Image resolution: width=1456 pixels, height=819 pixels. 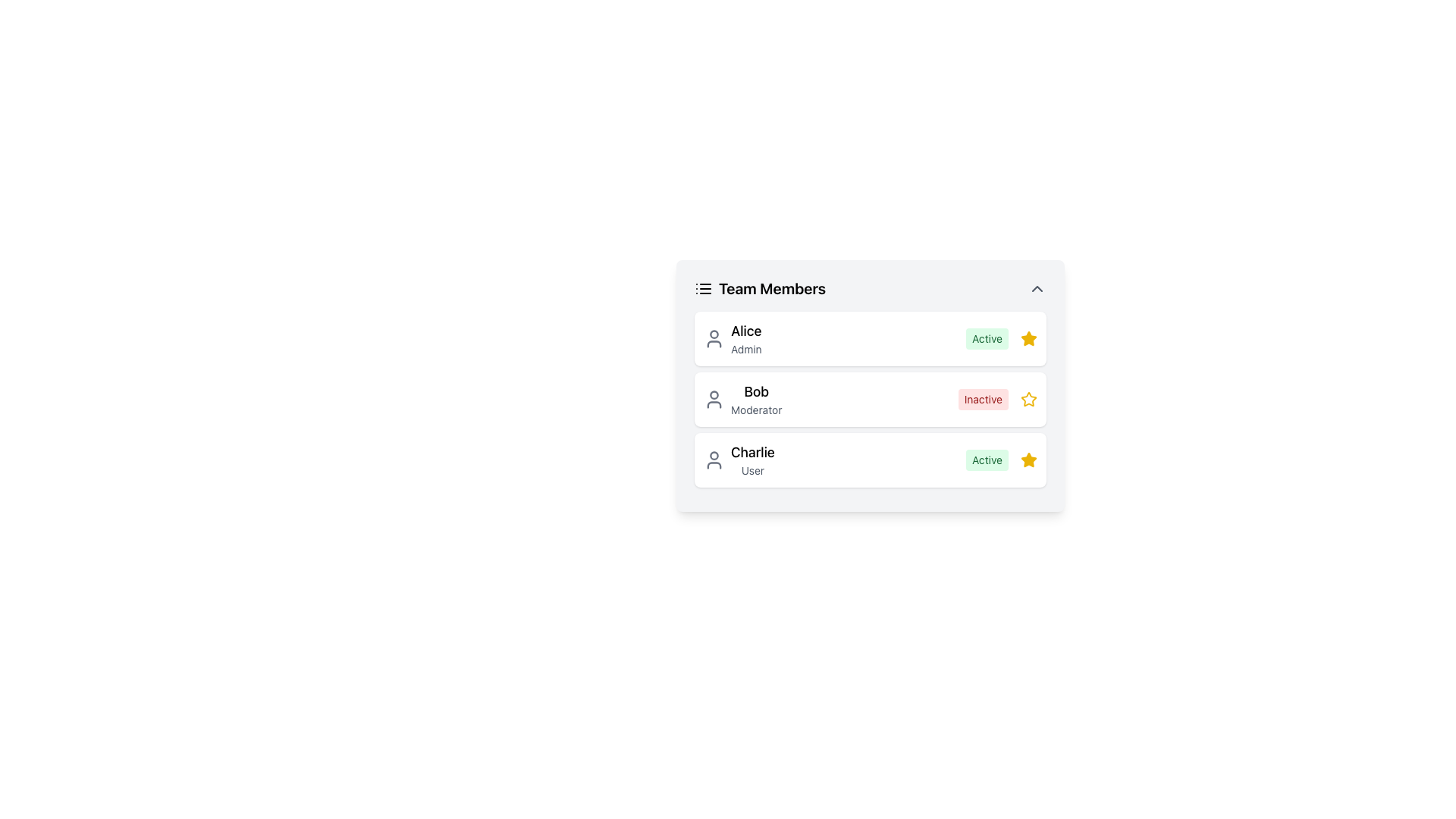 What do you see at coordinates (702, 289) in the screenshot?
I see `the team members icon located to the left of the 'Team Members' heading` at bounding box center [702, 289].